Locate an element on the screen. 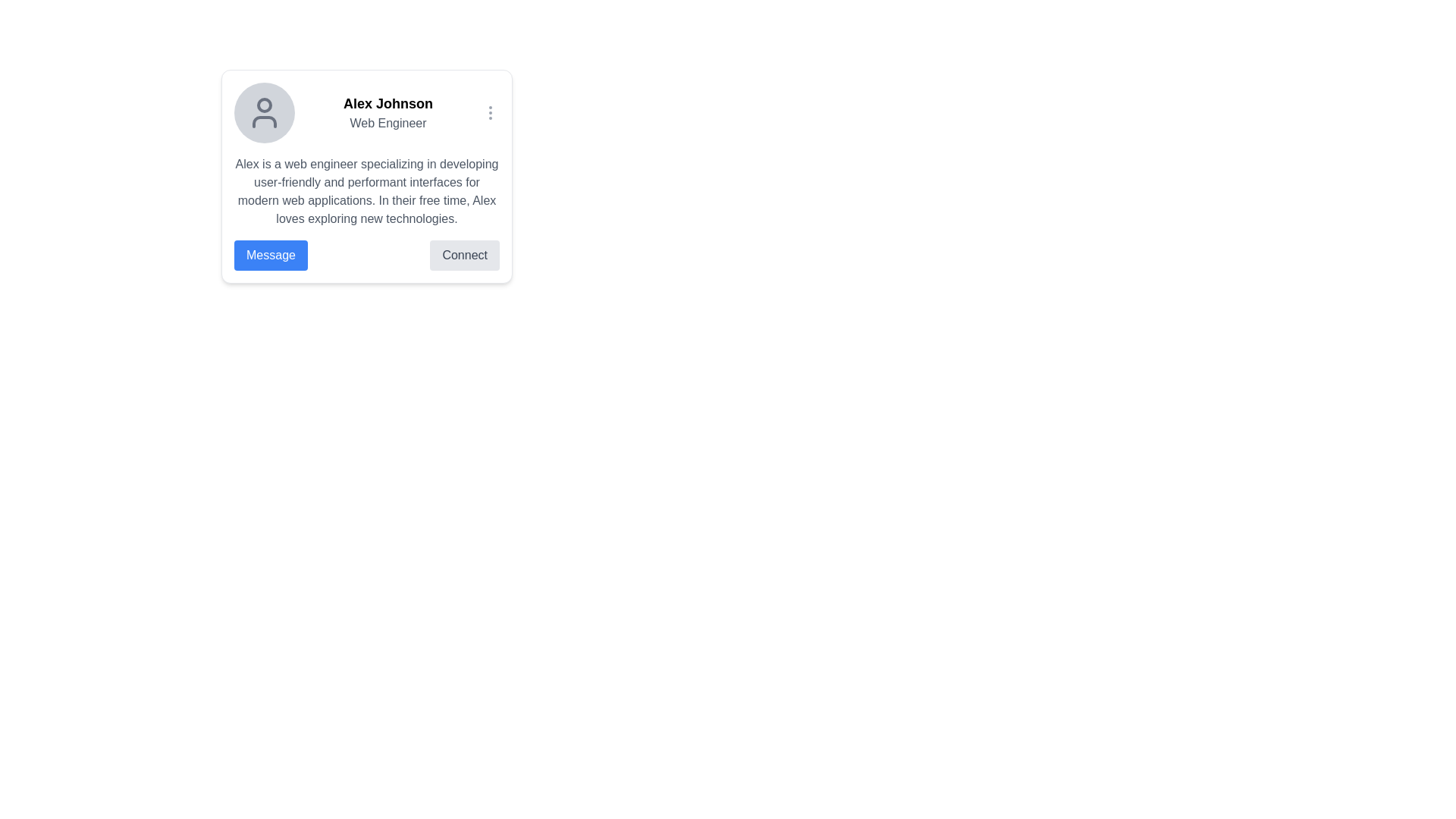  the SVG graphic representing a user icon, which is centered within a light-gray circular background and positioned near the top-left corner of Alex Johnson's profile card is located at coordinates (265, 112).